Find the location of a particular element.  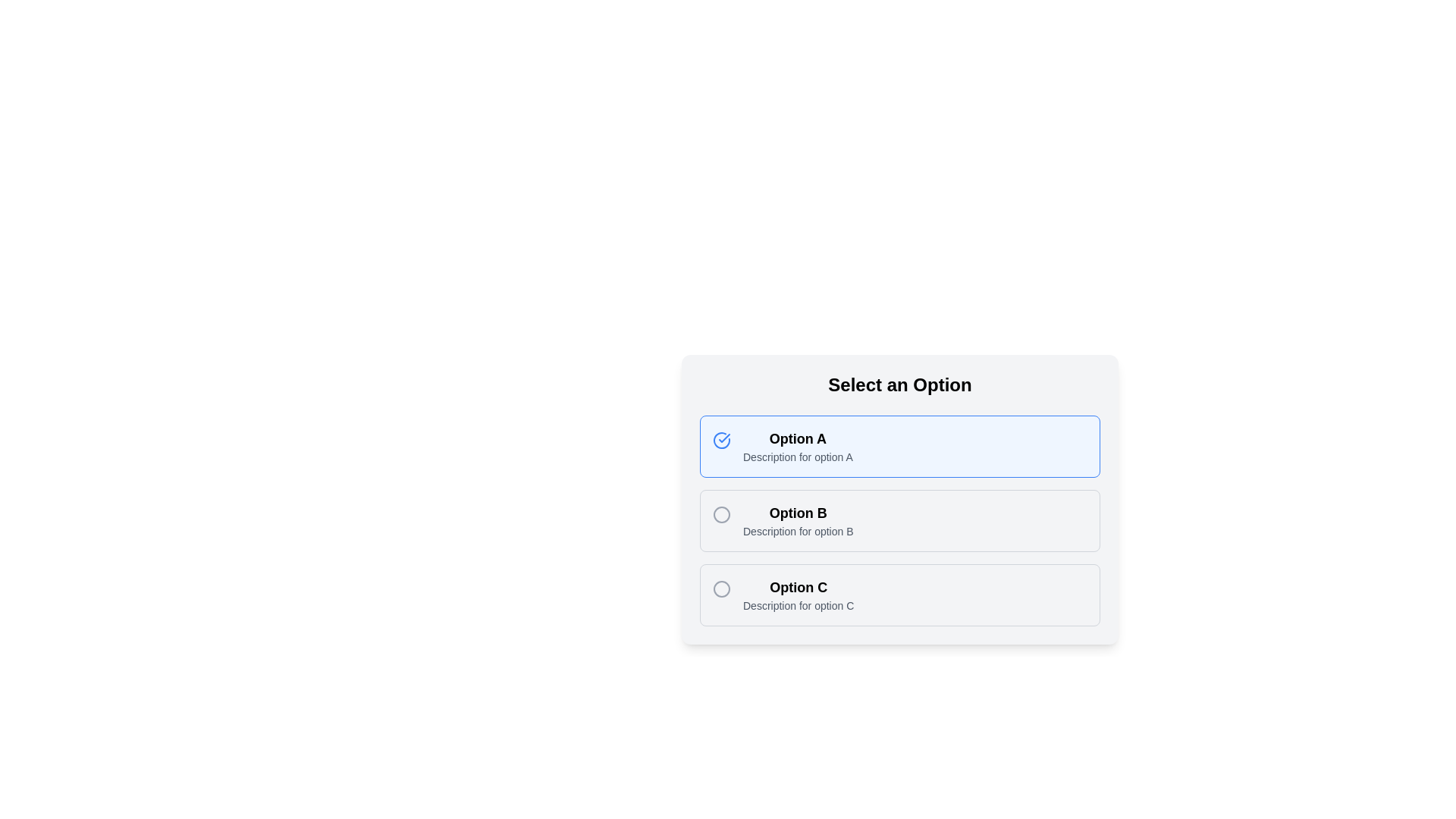

the unselected radio button to the left of 'Option C' is located at coordinates (720, 588).